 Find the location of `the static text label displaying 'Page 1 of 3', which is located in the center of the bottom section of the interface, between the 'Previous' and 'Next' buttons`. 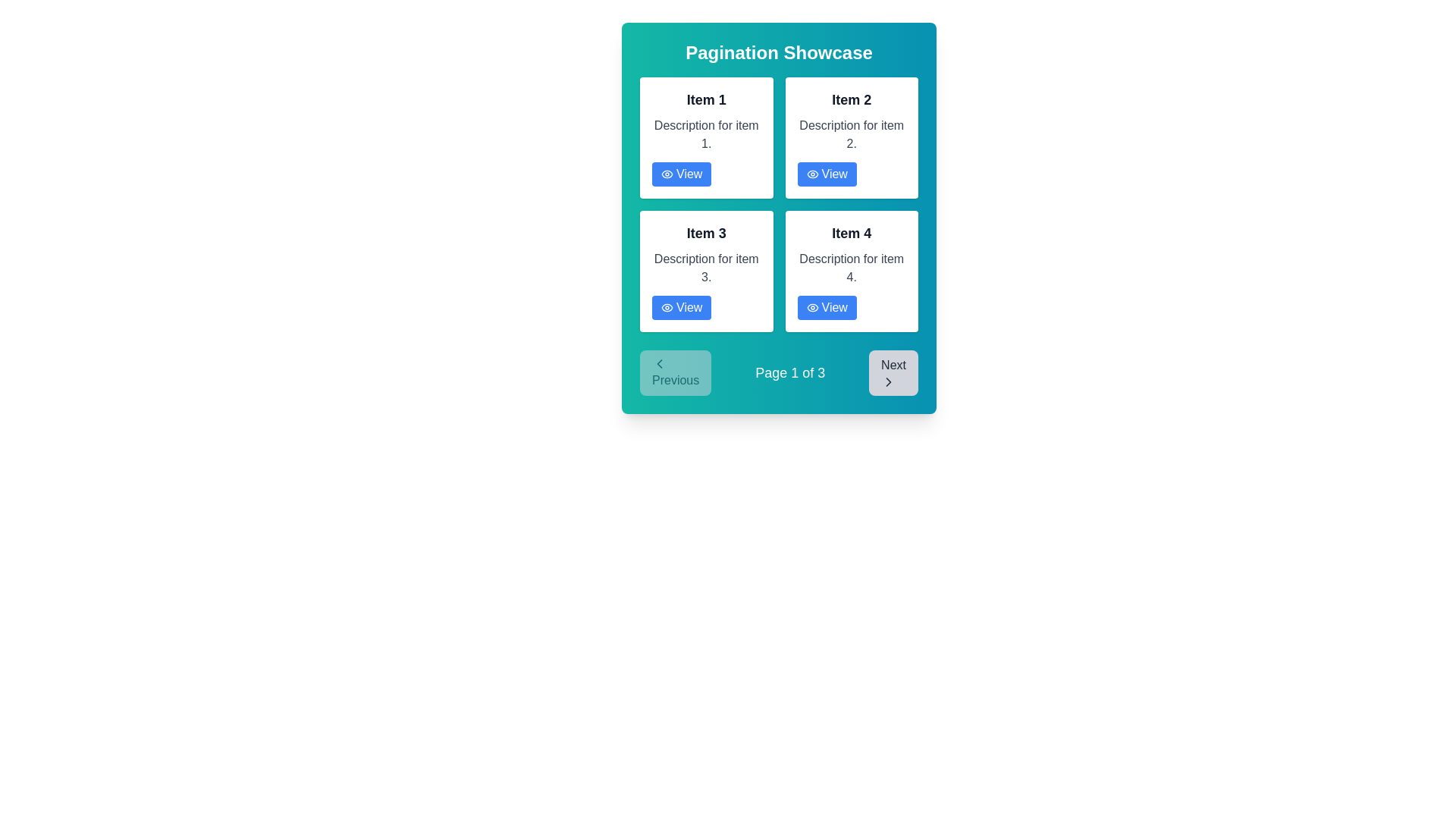

the static text label displaying 'Page 1 of 3', which is located in the center of the bottom section of the interface, between the 'Previous' and 'Next' buttons is located at coordinates (789, 373).